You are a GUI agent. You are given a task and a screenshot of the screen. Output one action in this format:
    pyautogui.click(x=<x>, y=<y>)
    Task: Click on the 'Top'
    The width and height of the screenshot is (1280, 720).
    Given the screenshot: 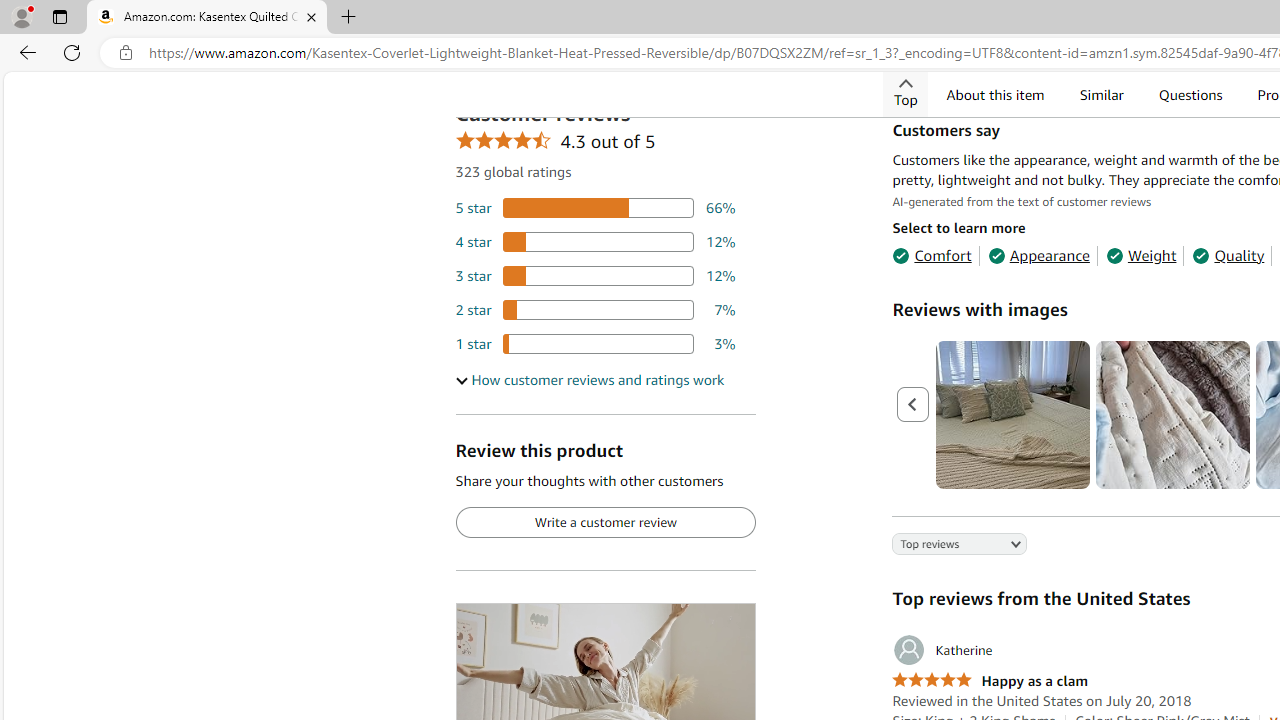 What is the action you would take?
    pyautogui.click(x=905, y=94)
    